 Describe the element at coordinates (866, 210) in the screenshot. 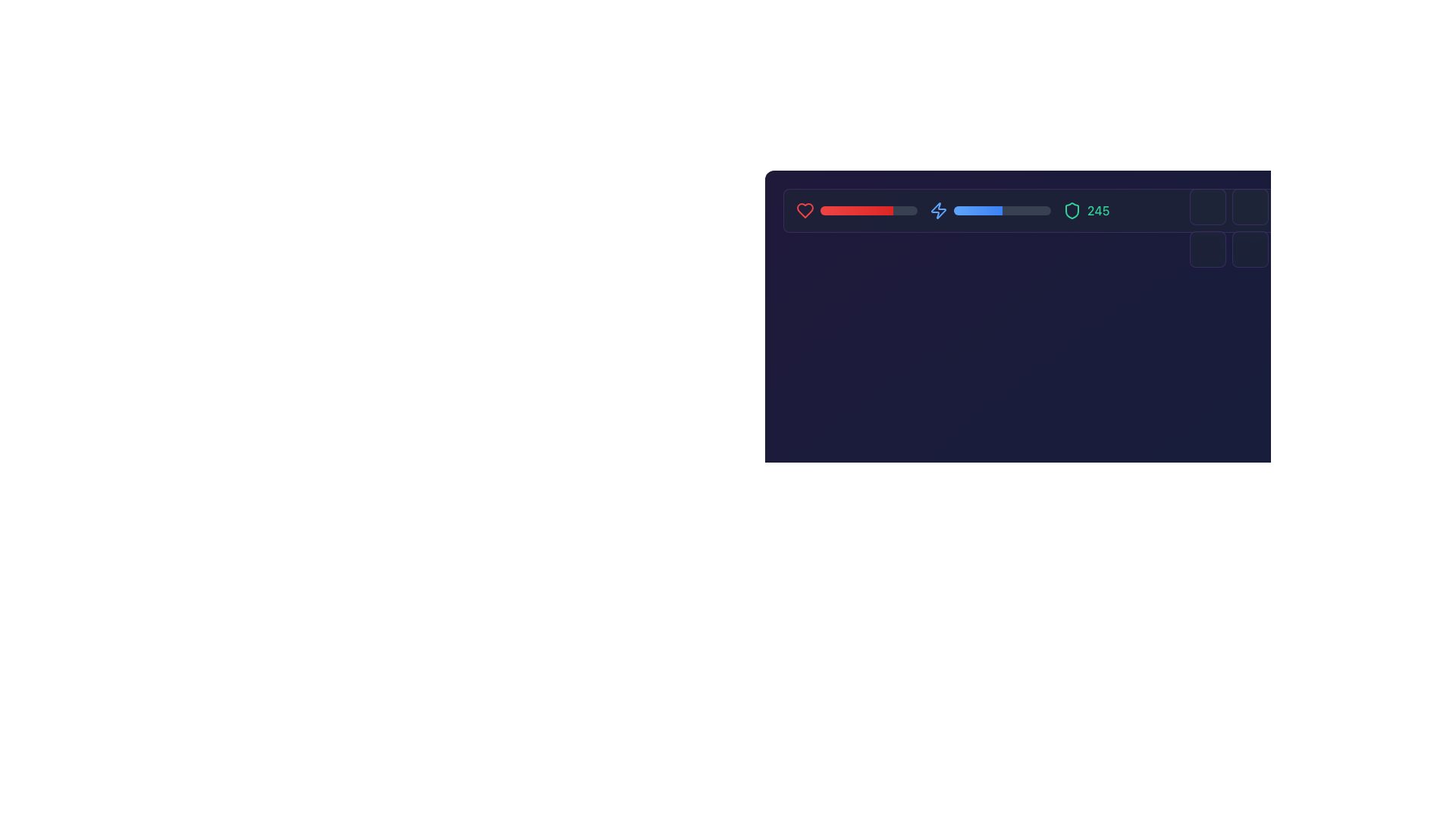

I see `the health bar value` at that location.